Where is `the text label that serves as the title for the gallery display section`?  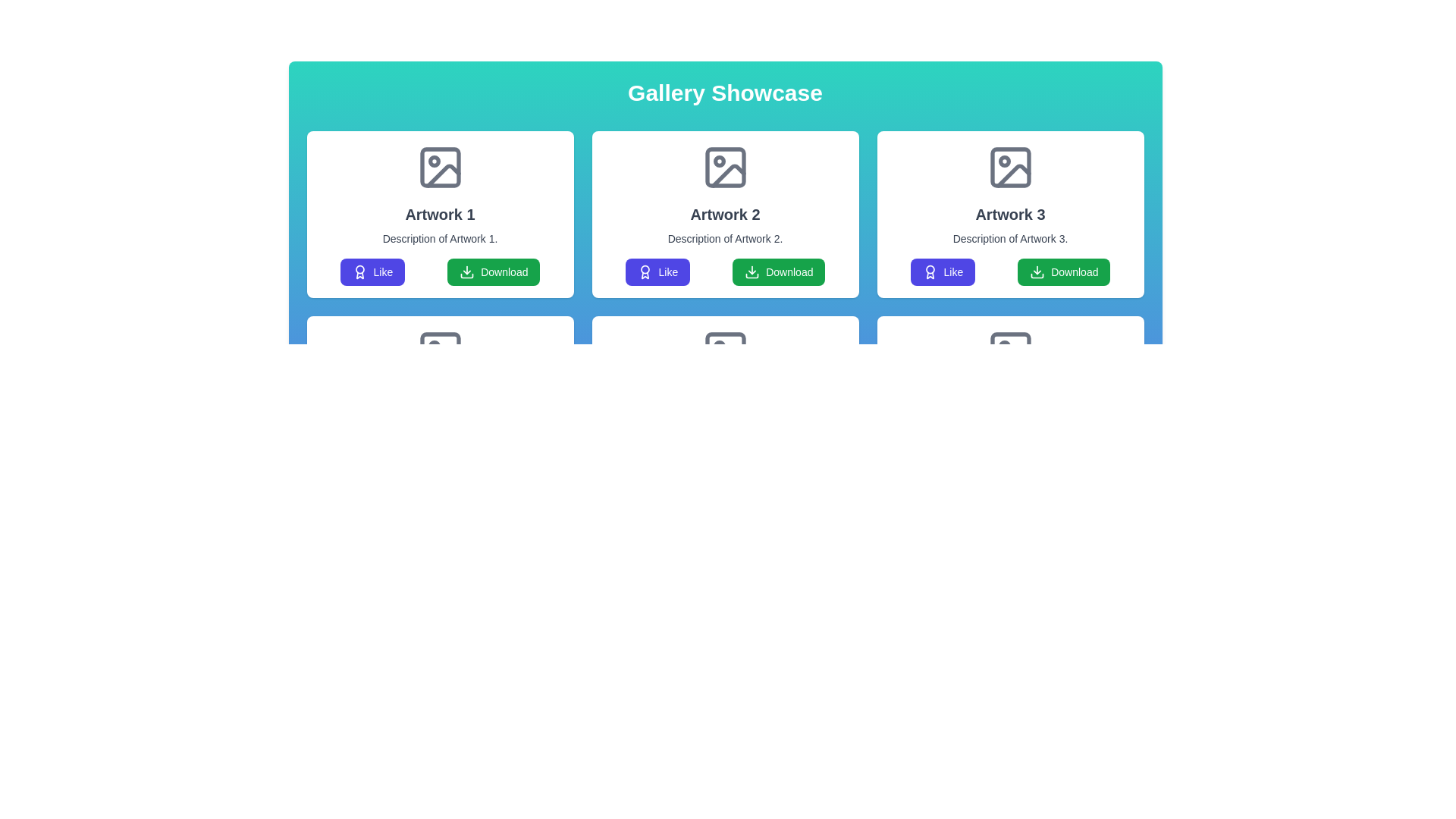 the text label that serves as the title for the gallery display section is located at coordinates (724, 93).